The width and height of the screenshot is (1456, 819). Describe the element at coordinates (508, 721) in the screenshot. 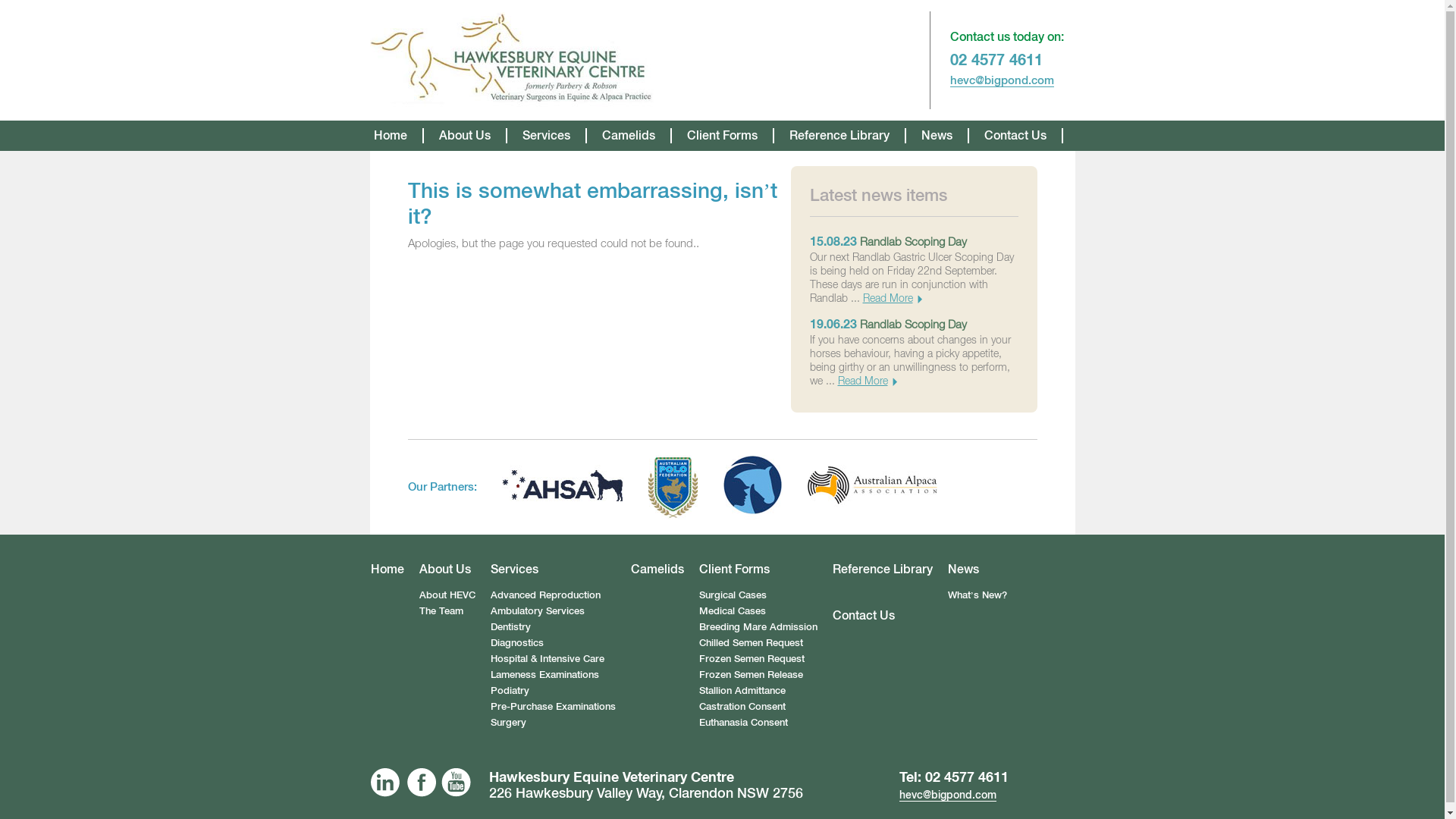

I see `'Surgery'` at that location.